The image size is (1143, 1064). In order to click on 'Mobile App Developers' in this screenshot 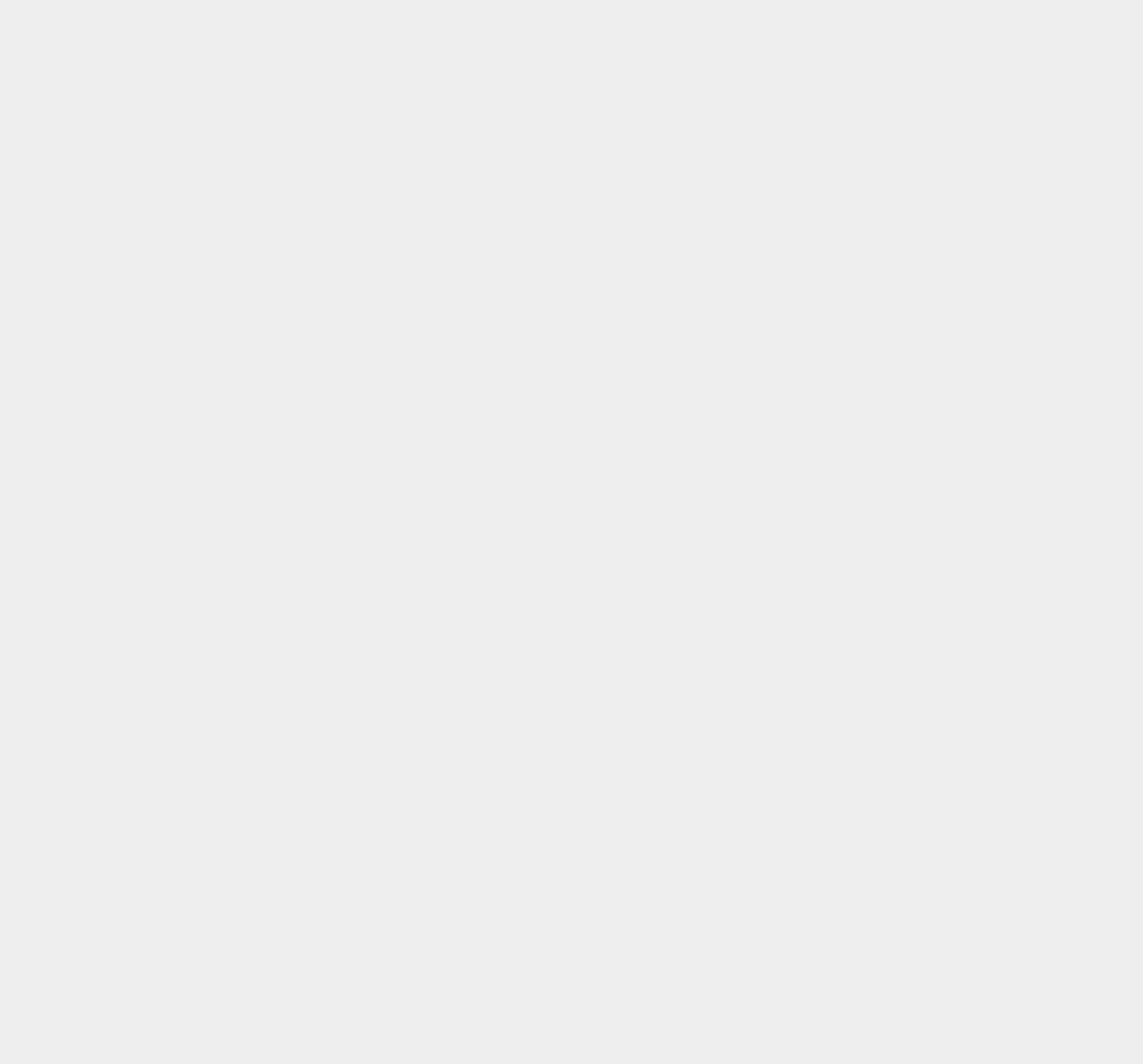, I will do `click(877, 385)`.